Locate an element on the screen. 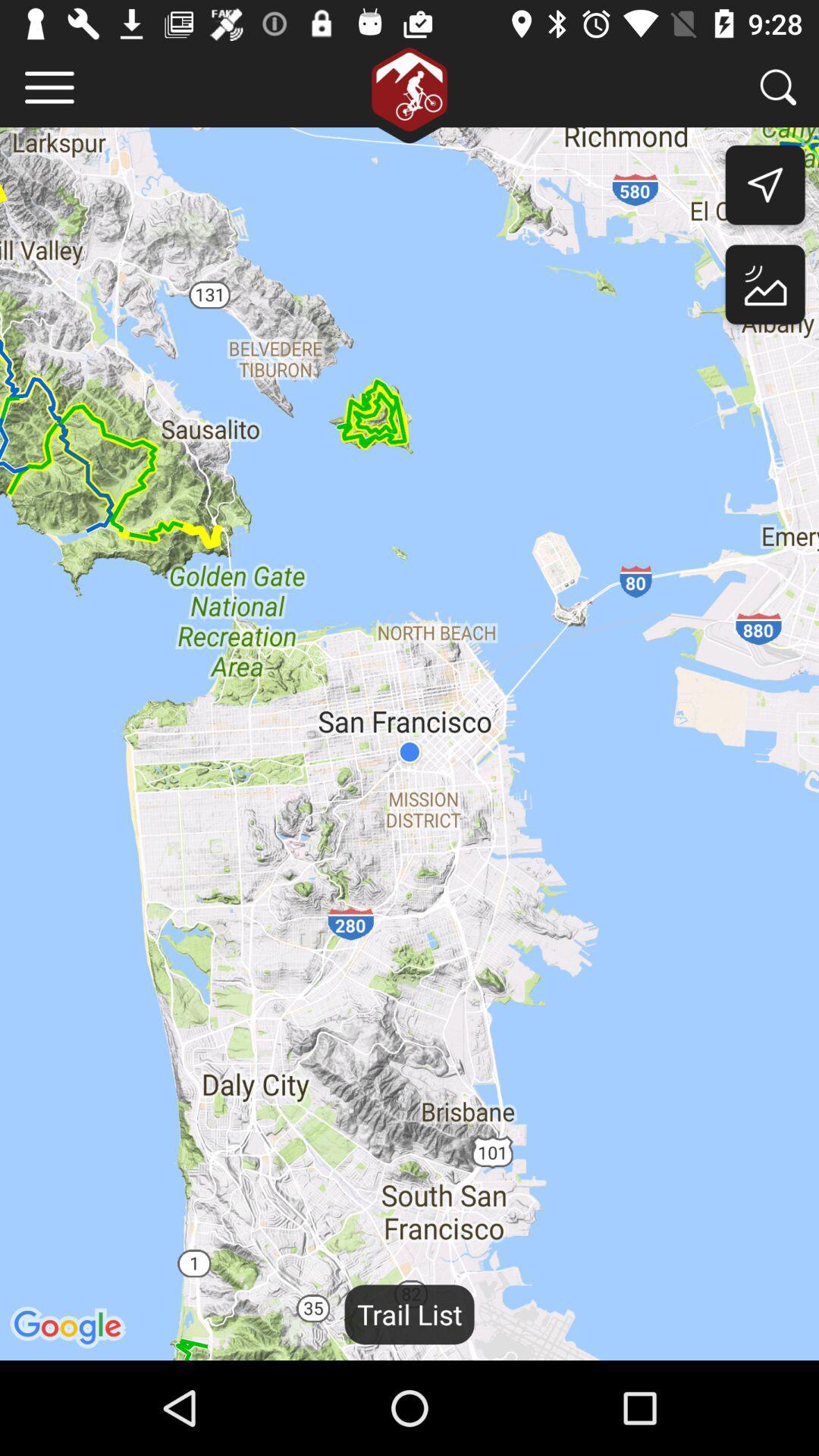  search box is located at coordinates (778, 86).